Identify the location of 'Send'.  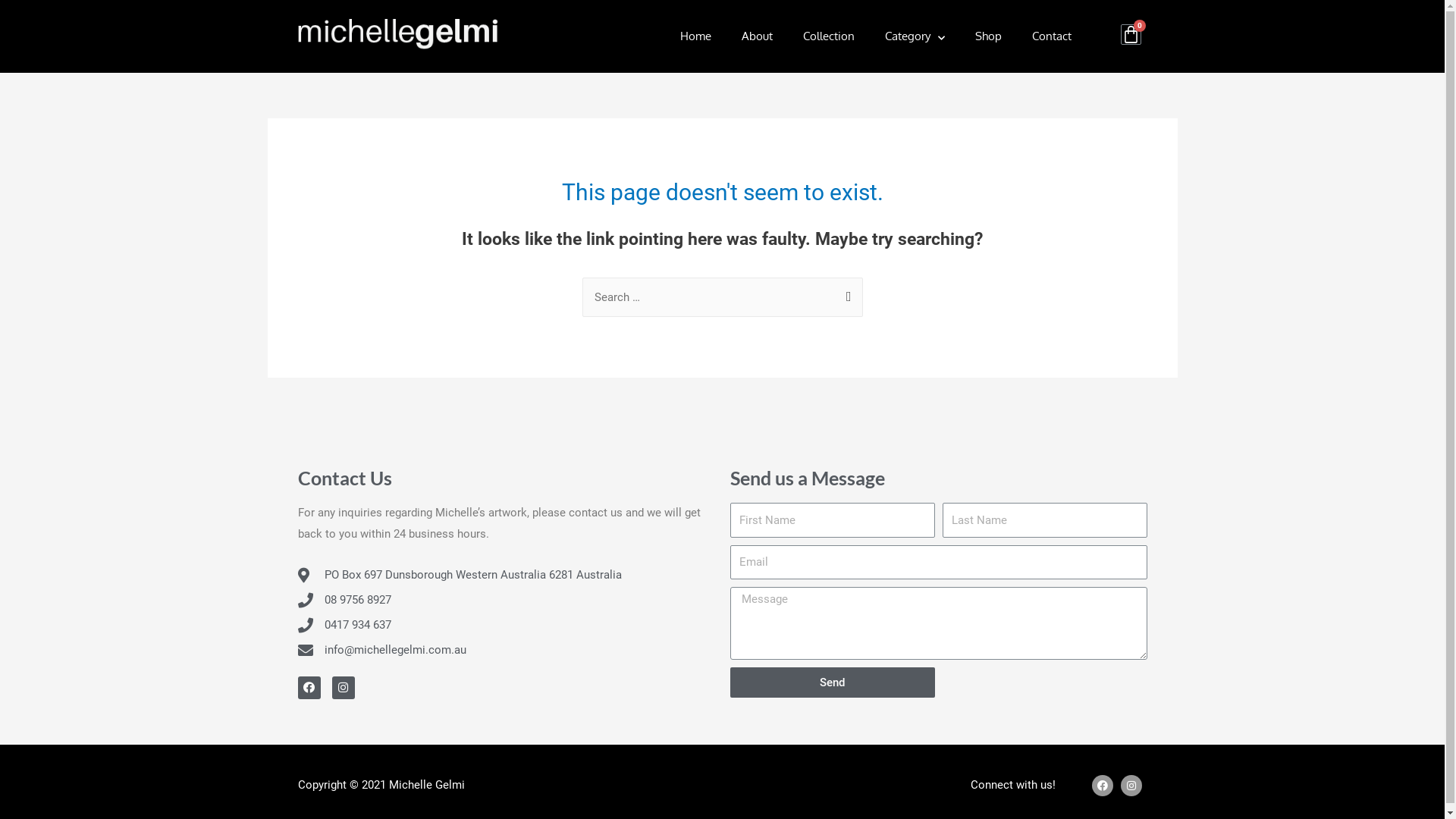
(831, 681).